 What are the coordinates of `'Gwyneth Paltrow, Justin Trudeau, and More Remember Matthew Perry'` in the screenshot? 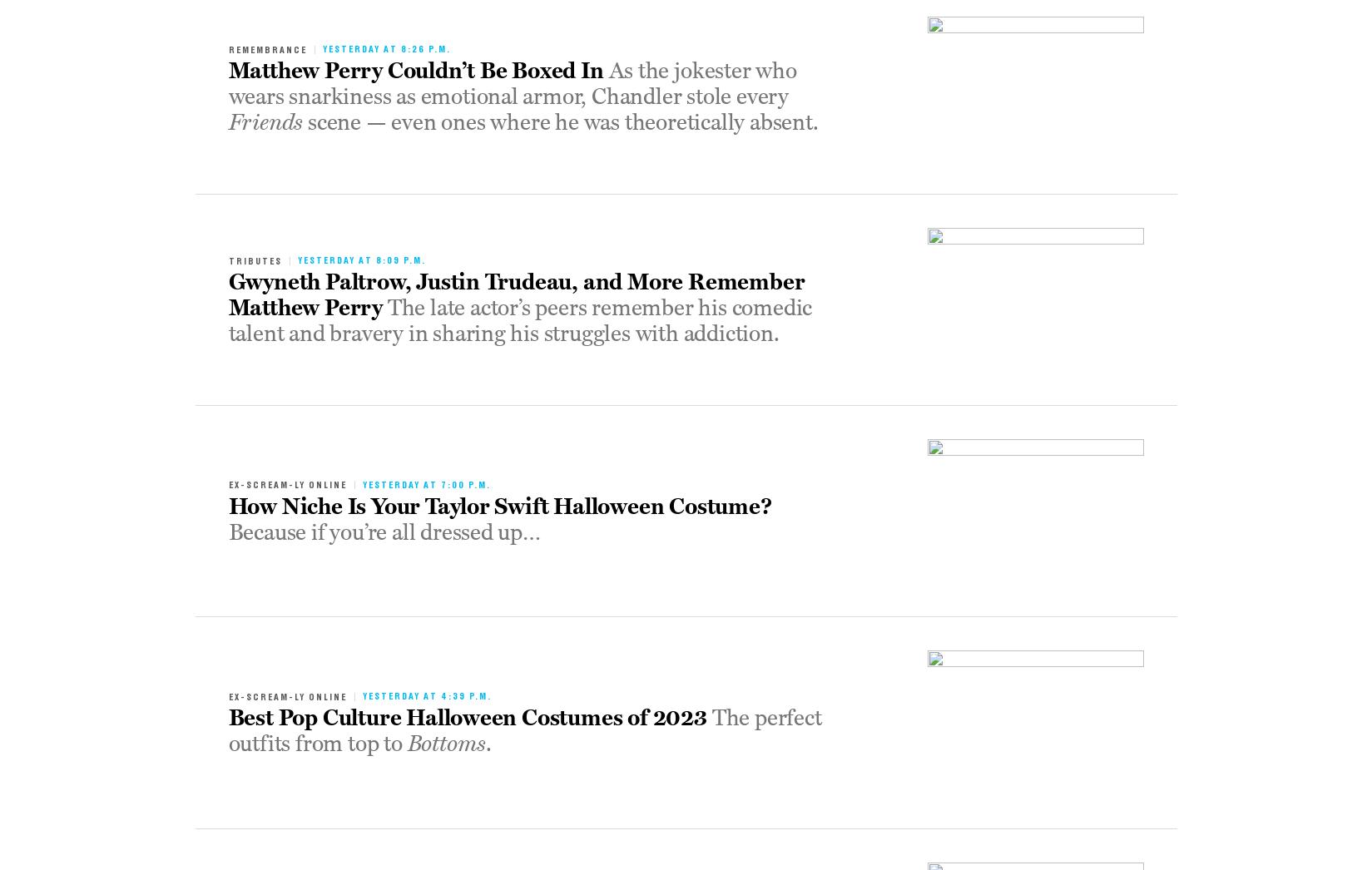 It's located at (516, 294).